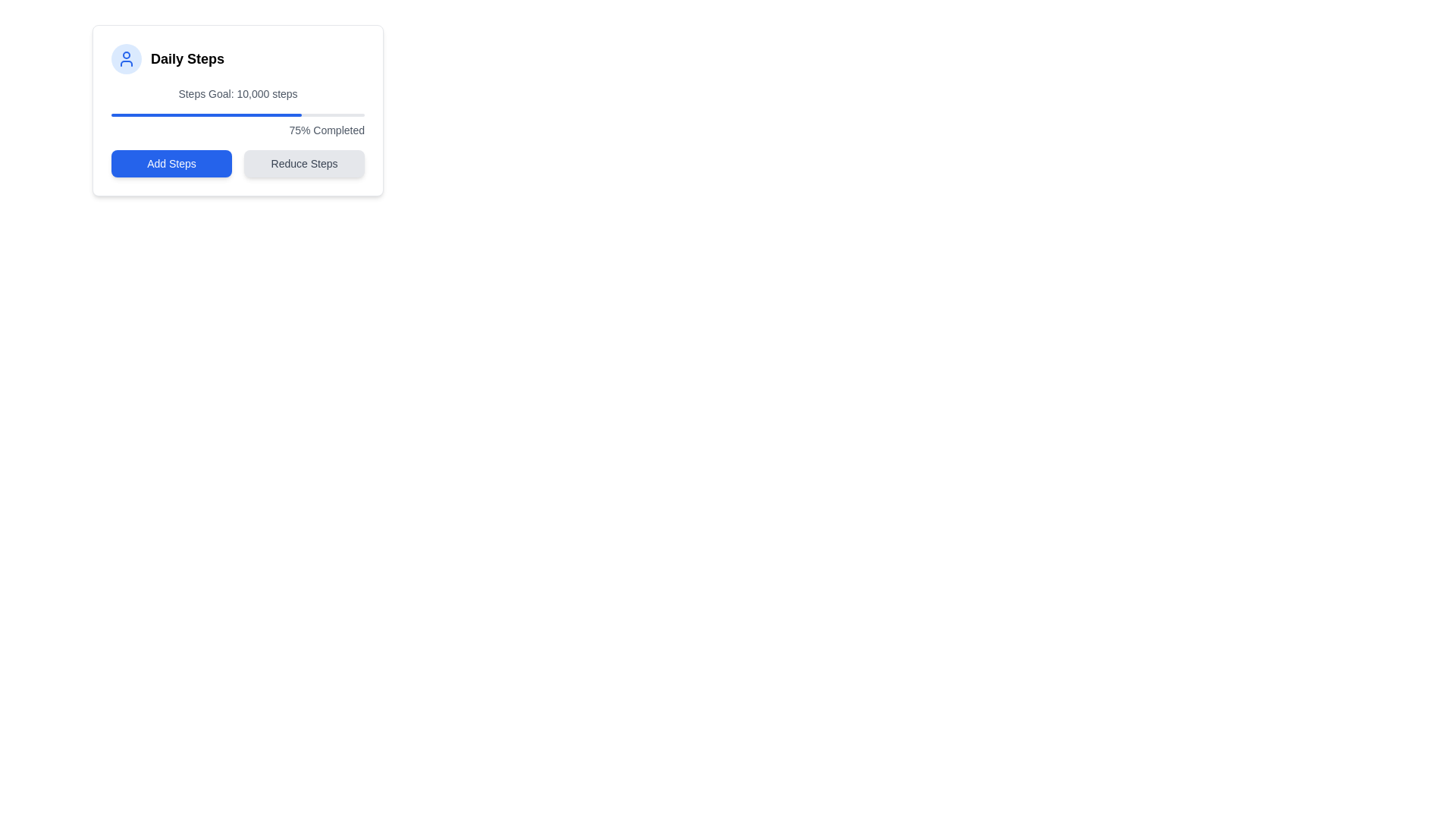 Image resolution: width=1456 pixels, height=819 pixels. Describe the element at coordinates (237, 93) in the screenshot. I see `the text label that states 'Steps Goal: 10,000 steps', which is styled in small gray font and positioned below the 'Daily Steps' heading` at that location.